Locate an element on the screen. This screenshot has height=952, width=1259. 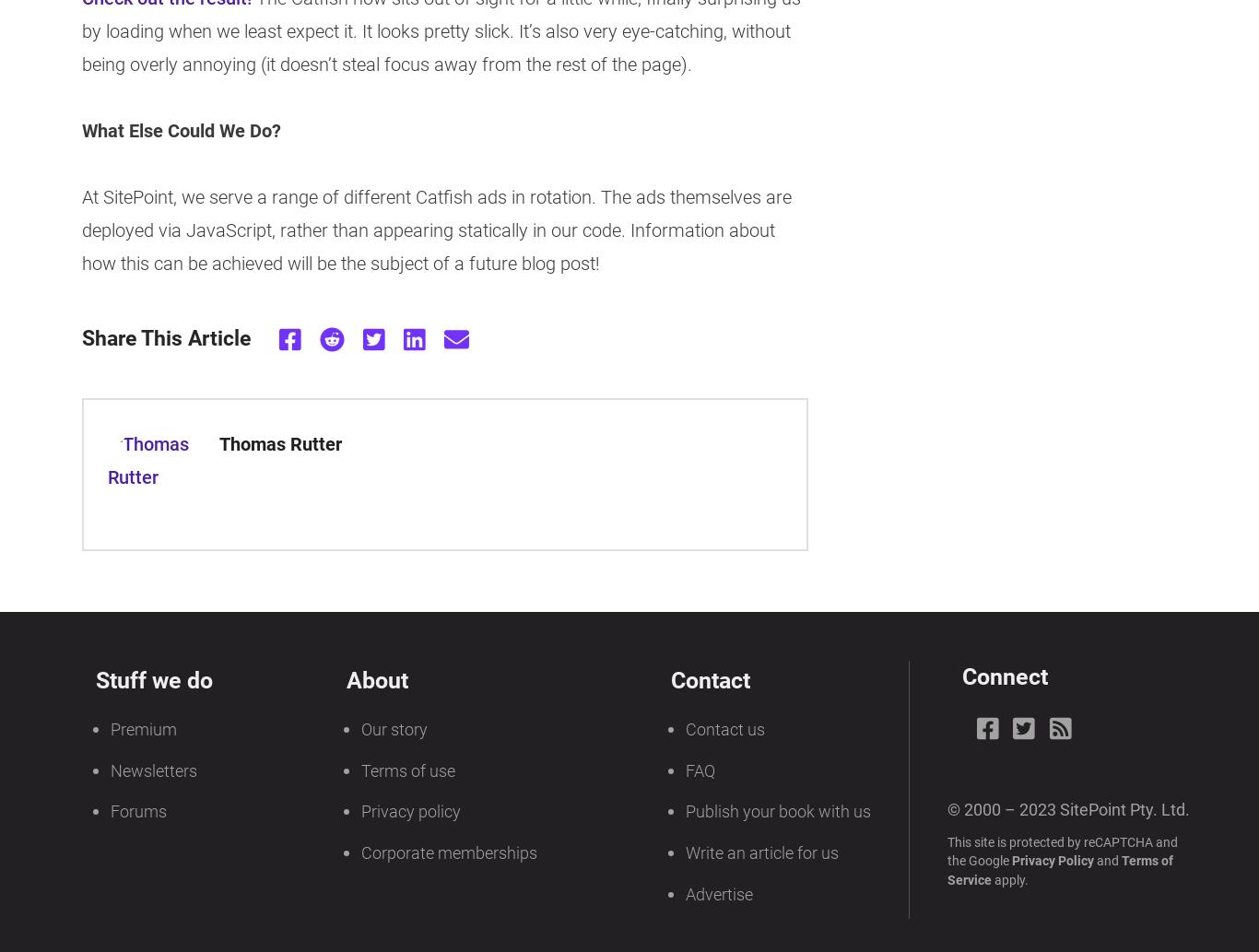
'Terms of use' is located at coordinates (406, 770).